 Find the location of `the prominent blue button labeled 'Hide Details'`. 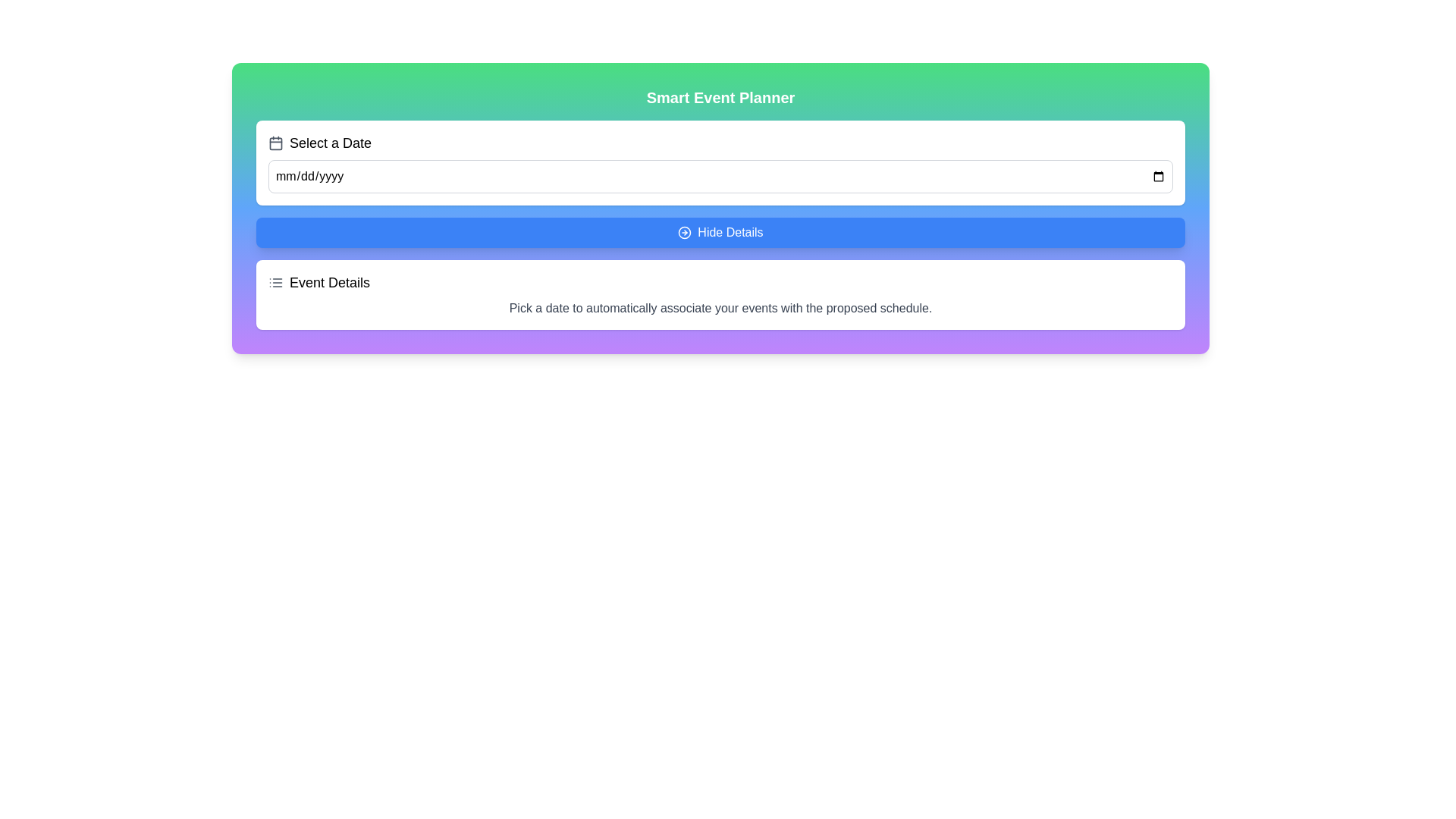

the prominent blue button labeled 'Hide Details' is located at coordinates (720, 233).